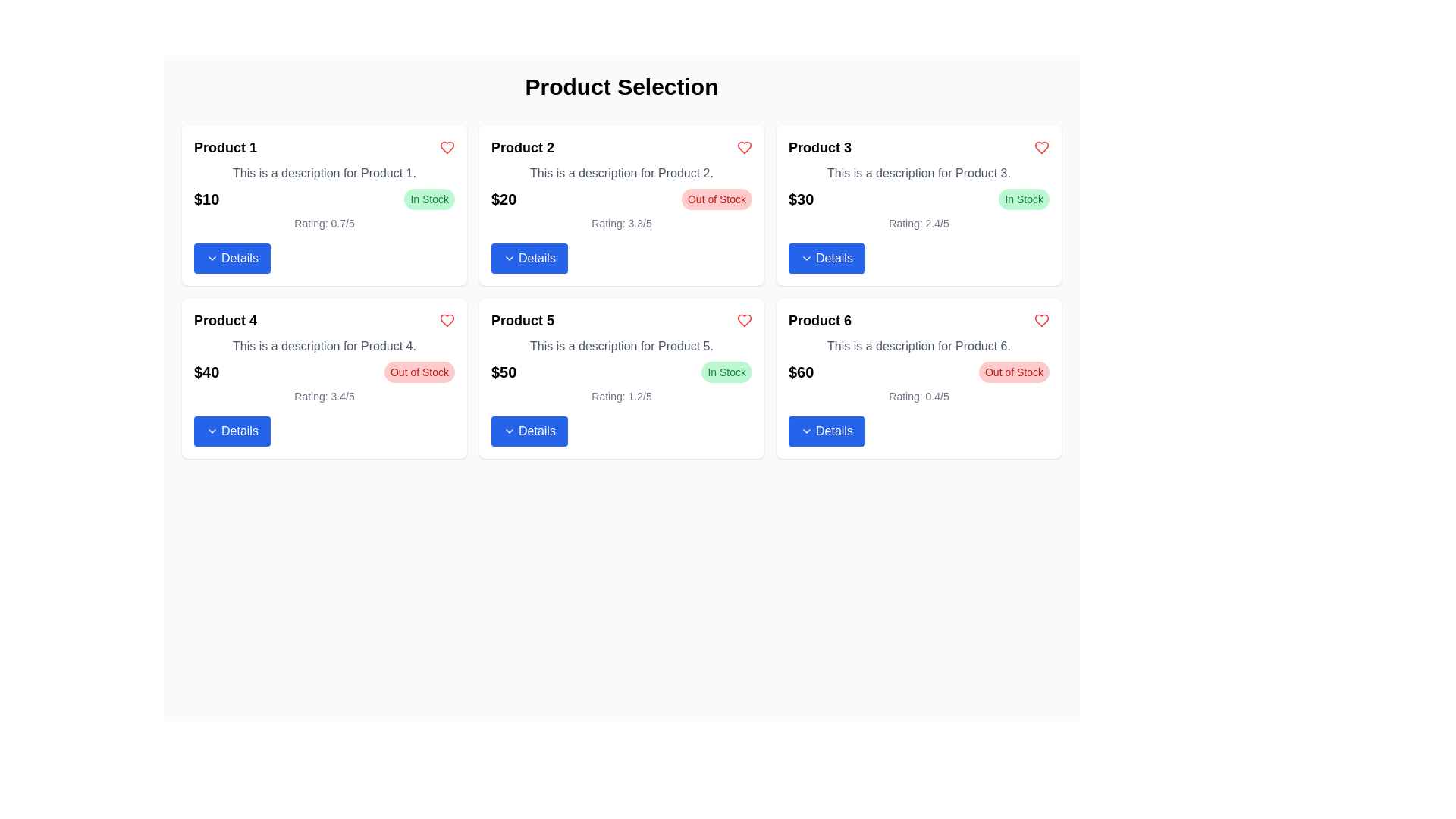 Image resolution: width=1456 pixels, height=819 pixels. What do you see at coordinates (806, 431) in the screenshot?
I see `the collapsibility icon located to the right of the 'Details' text within the button below the 'Product 6' card` at bounding box center [806, 431].